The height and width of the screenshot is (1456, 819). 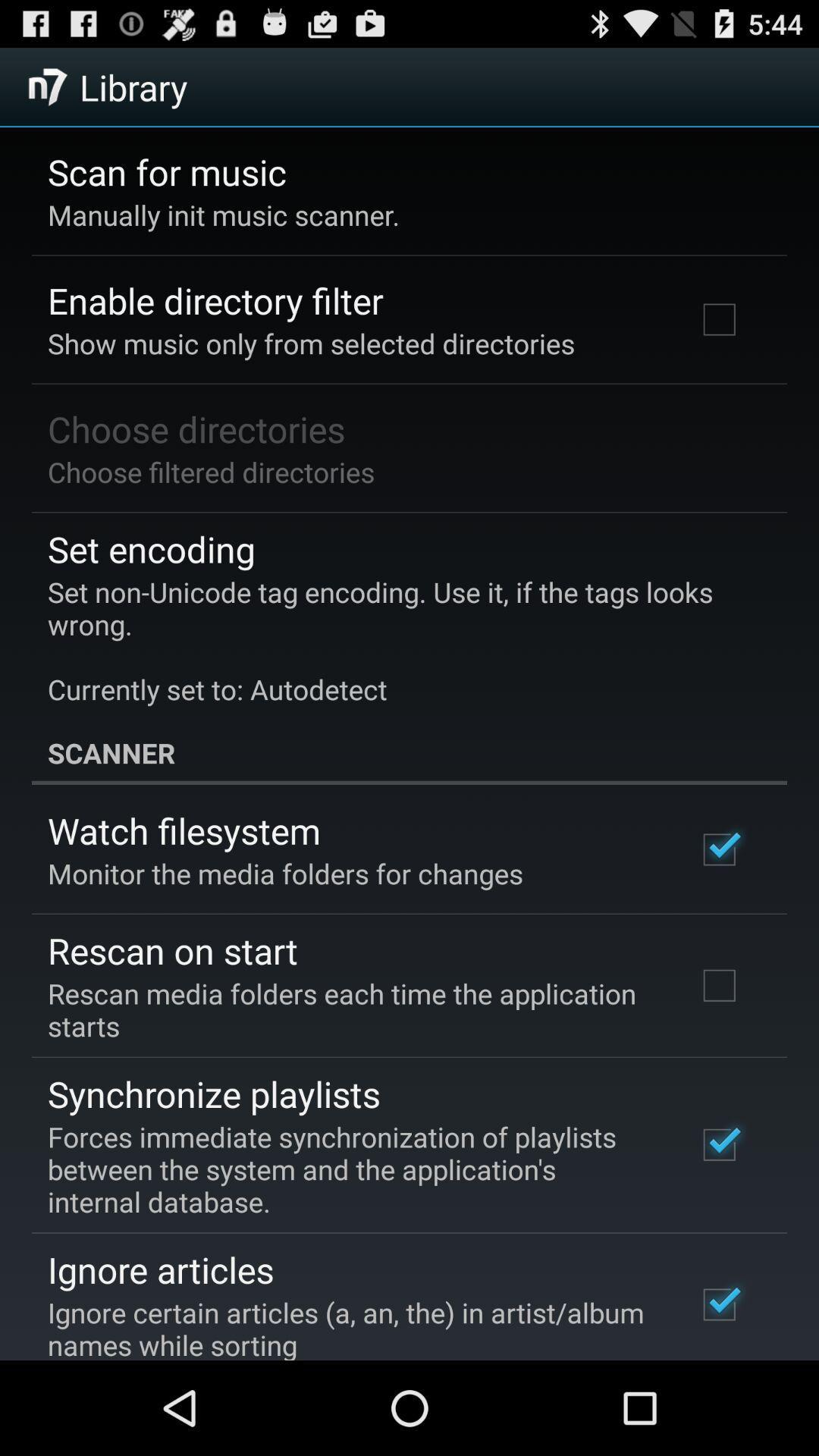 I want to click on the app above the show music only, so click(x=215, y=300).